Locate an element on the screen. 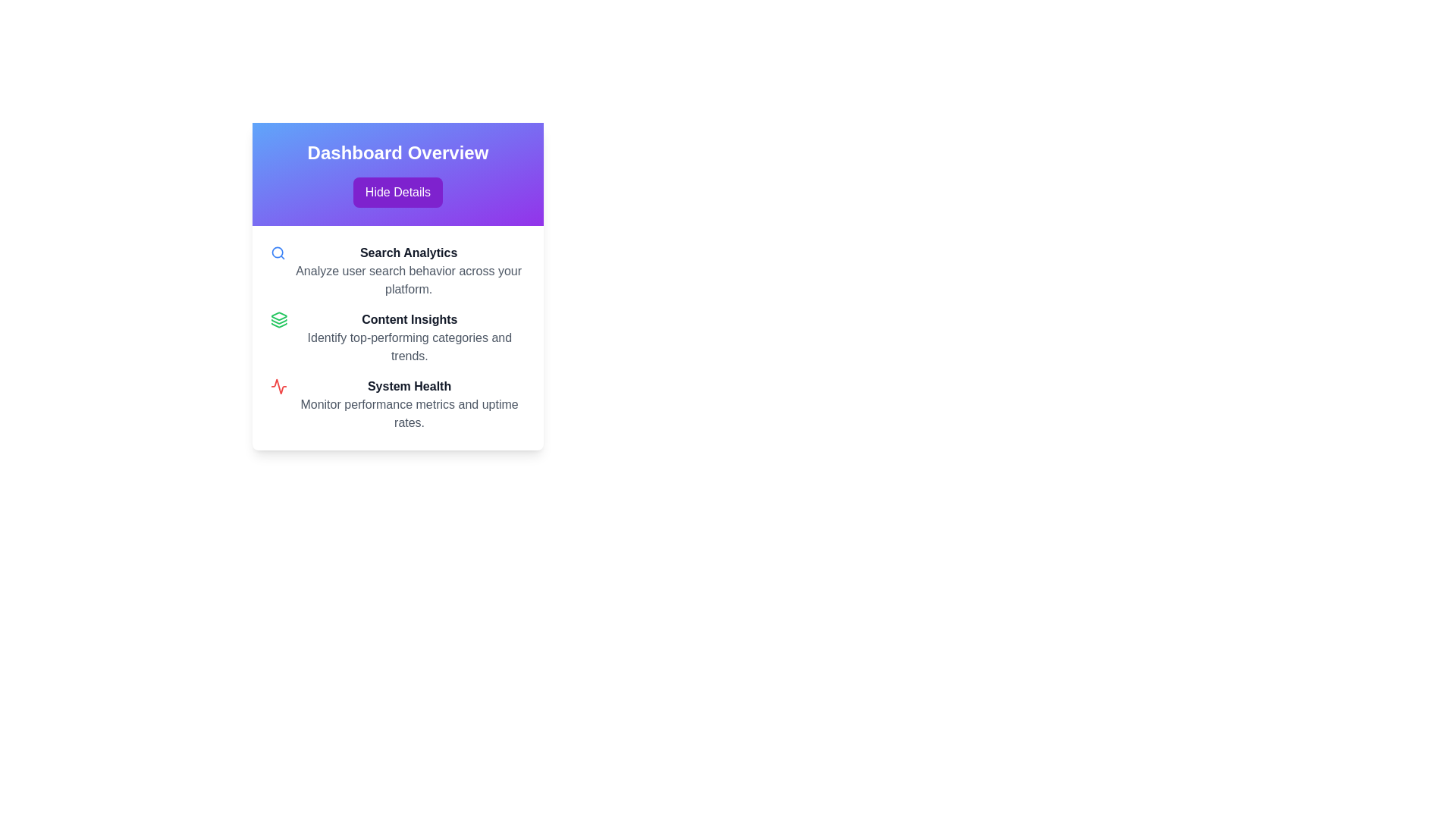 The height and width of the screenshot is (819, 1456). the text label that reads 'Monitor performance metrics and uptime rates.' located underneath the bolded label 'System Health' in the 'Dashboard Overview' card is located at coordinates (409, 414).